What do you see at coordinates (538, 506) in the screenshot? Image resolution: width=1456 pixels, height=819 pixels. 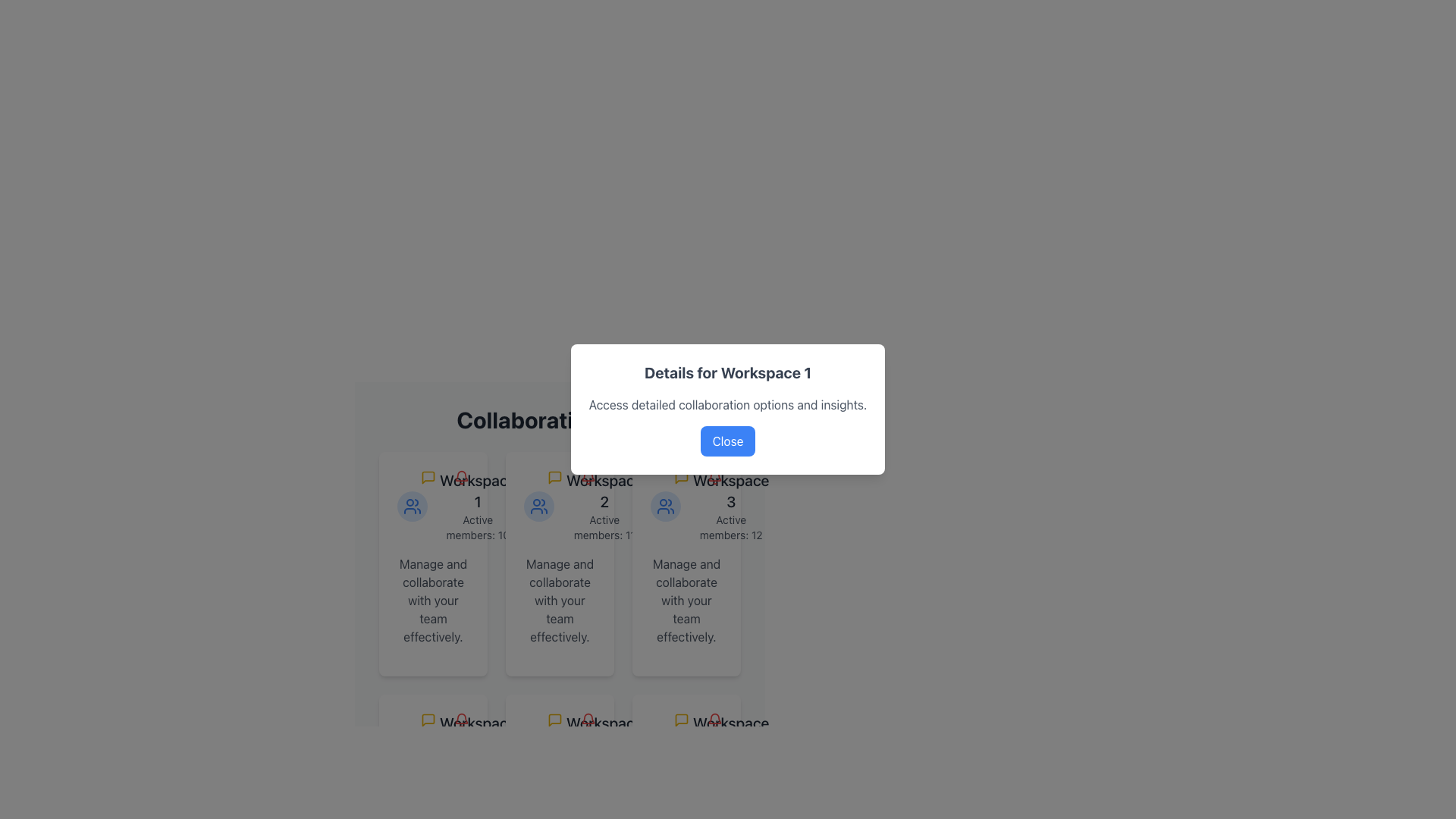 I see `the user icon representing member-related information for 'Workspace 2', located in the middle column of the first row in the grid layout of cards` at bounding box center [538, 506].